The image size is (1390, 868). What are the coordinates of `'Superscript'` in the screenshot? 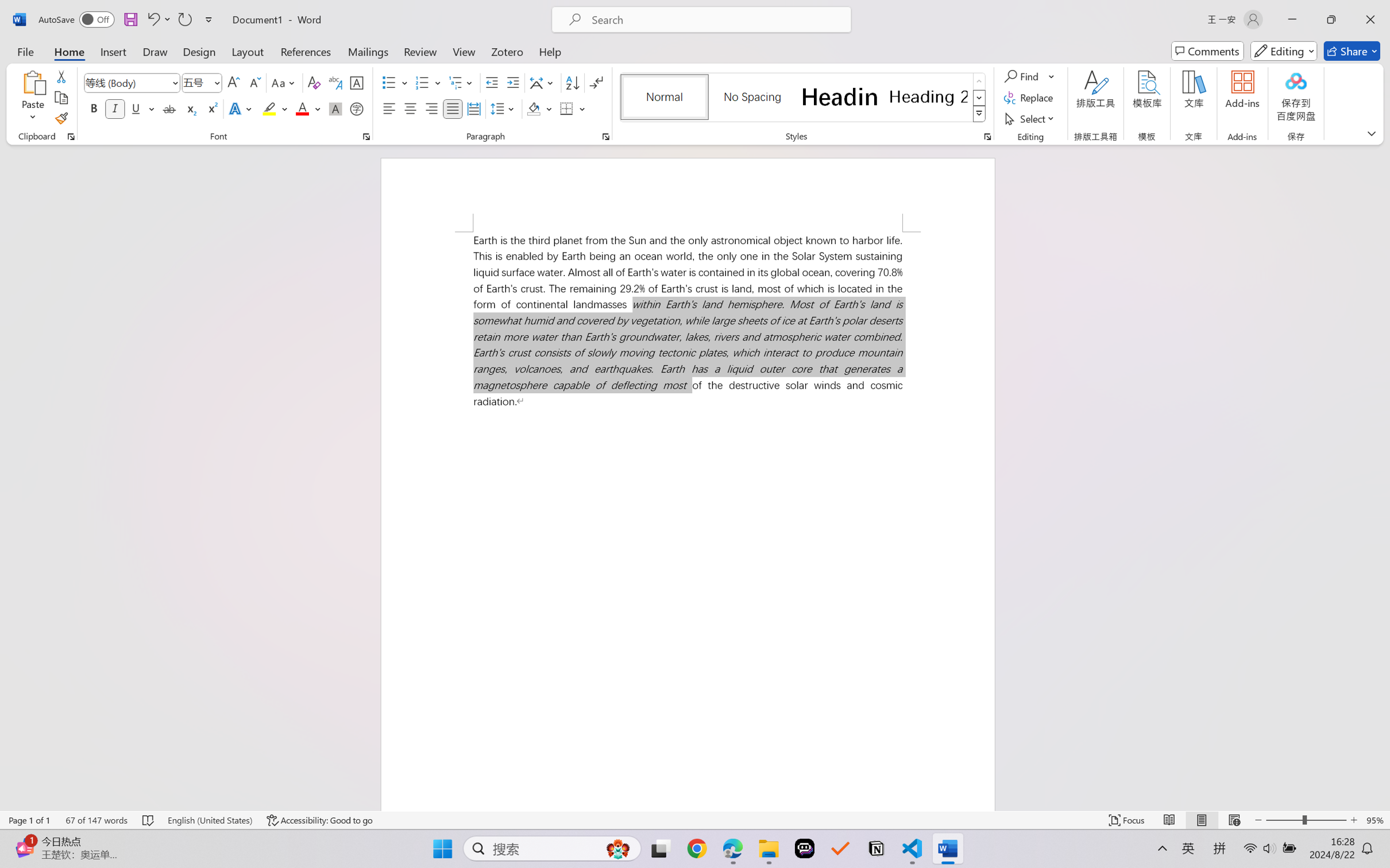 It's located at (211, 108).